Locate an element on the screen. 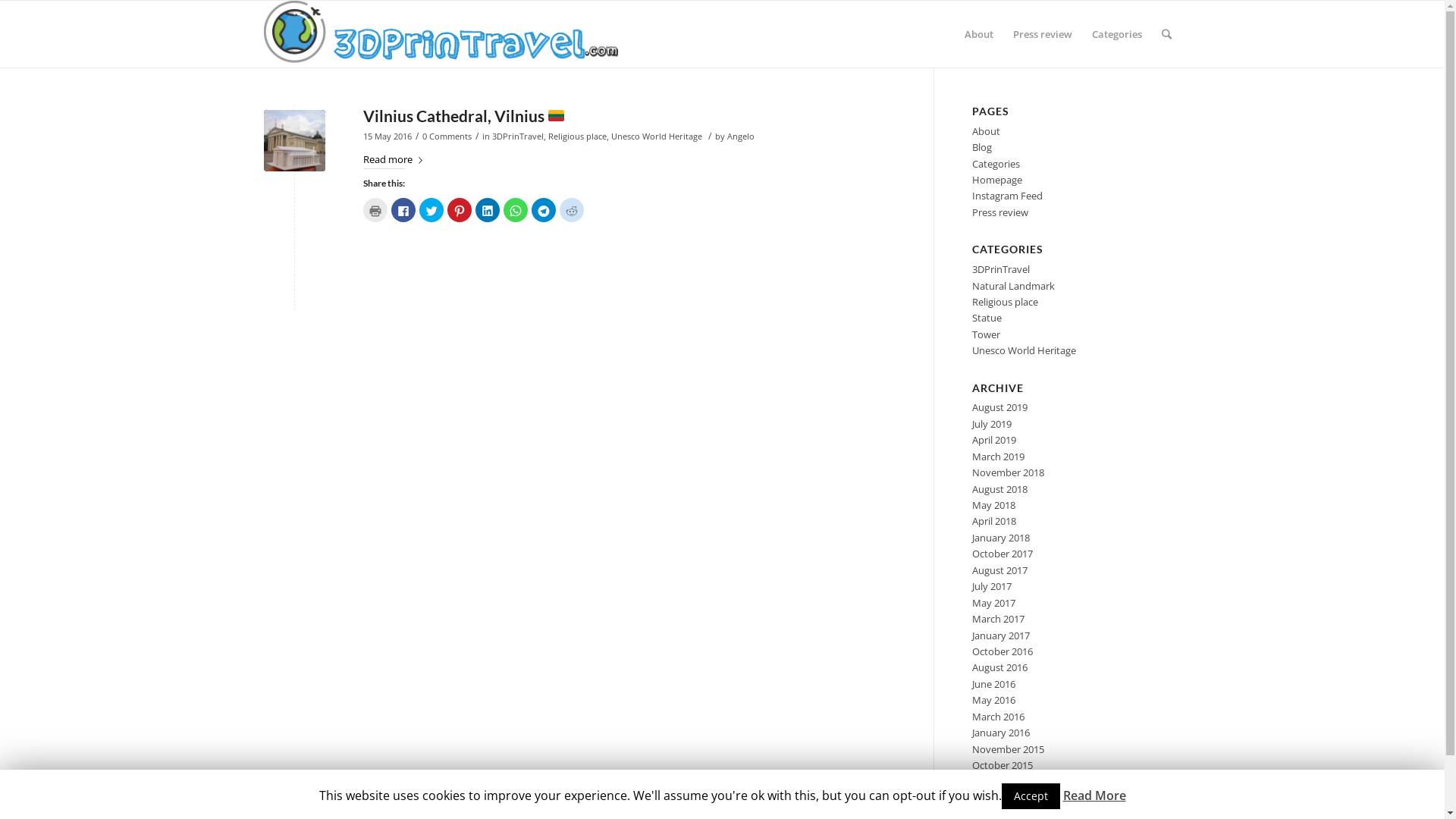  'March 2019' is located at coordinates (998, 455).